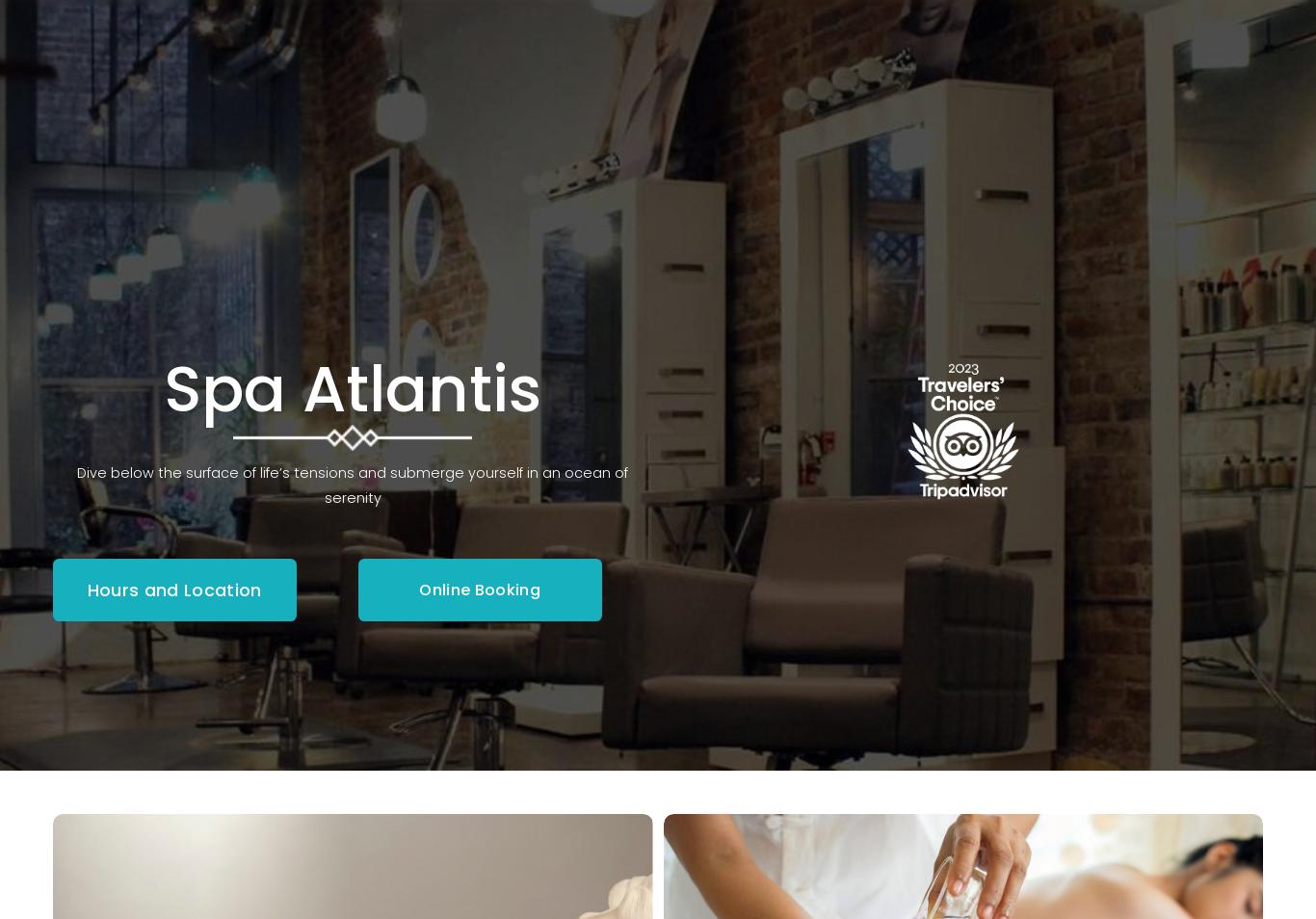  Describe the element at coordinates (570, 252) in the screenshot. I see `'Facials & Peels'` at that location.